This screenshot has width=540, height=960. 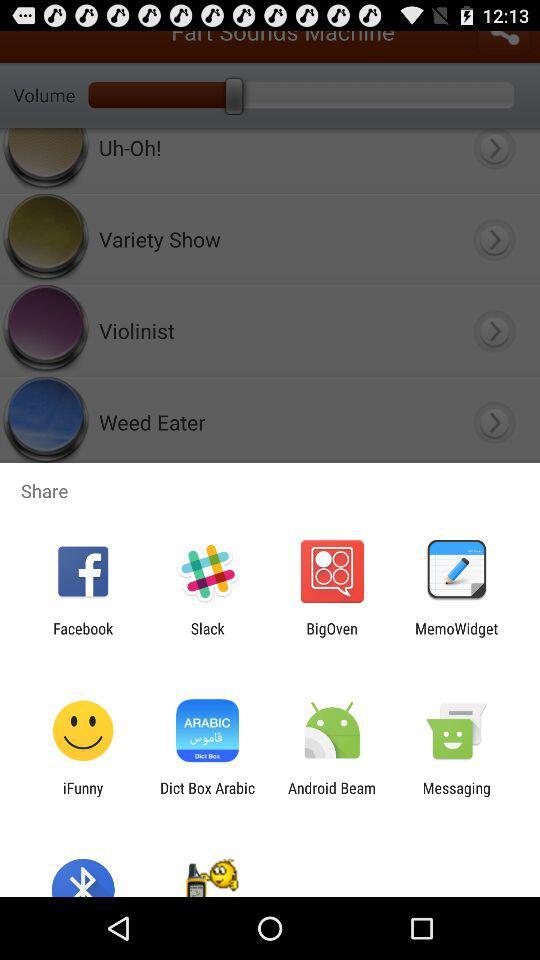 What do you see at coordinates (332, 636) in the screenshot?
I see `the item next to slack app` at bounding box center [332, 636].